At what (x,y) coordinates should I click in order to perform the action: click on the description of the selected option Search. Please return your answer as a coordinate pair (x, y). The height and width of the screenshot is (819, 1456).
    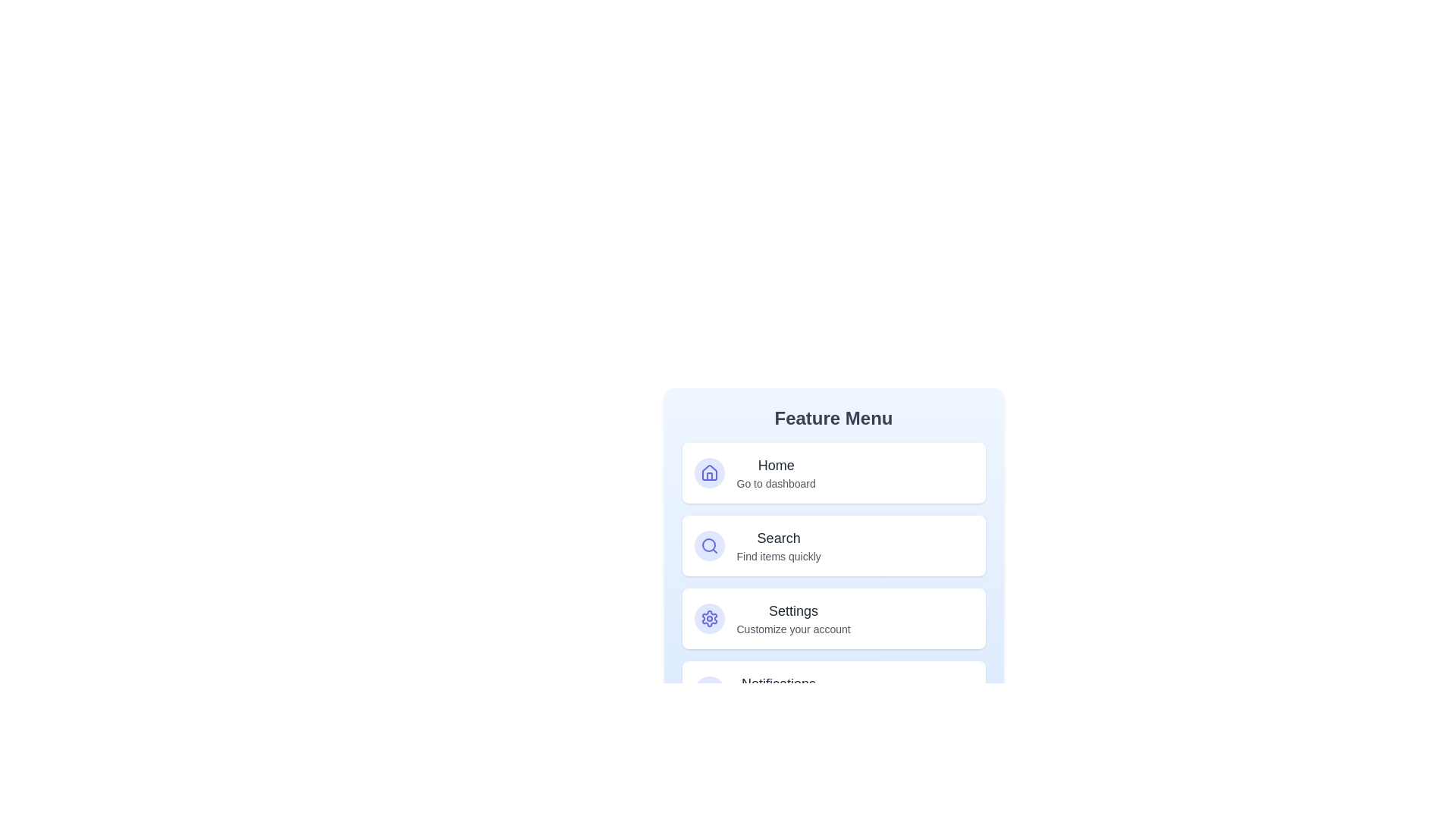
    Looking at the image, I should click on (779, 546).